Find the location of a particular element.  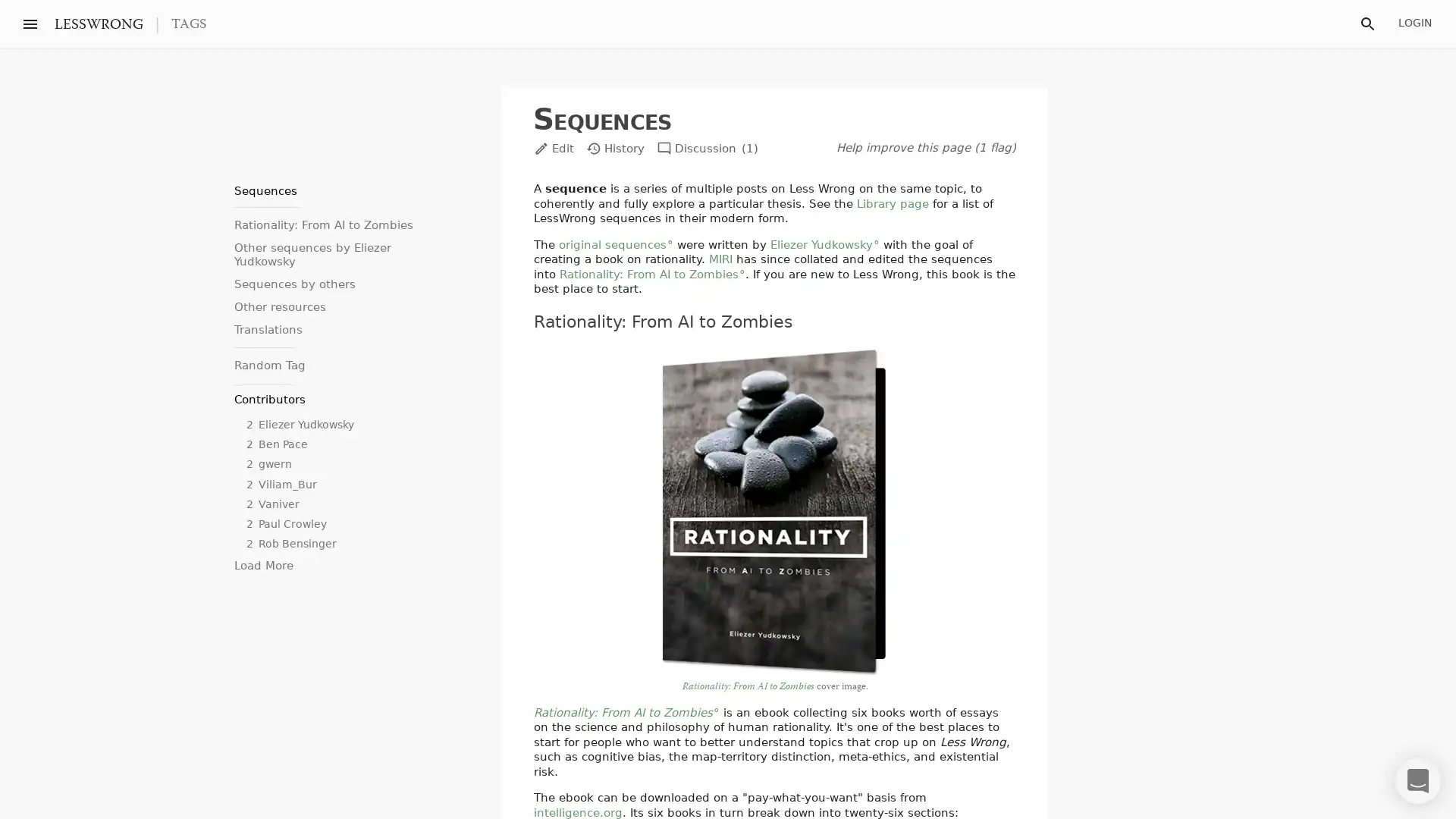

LOGIN is located at coordinates (1414, 23).